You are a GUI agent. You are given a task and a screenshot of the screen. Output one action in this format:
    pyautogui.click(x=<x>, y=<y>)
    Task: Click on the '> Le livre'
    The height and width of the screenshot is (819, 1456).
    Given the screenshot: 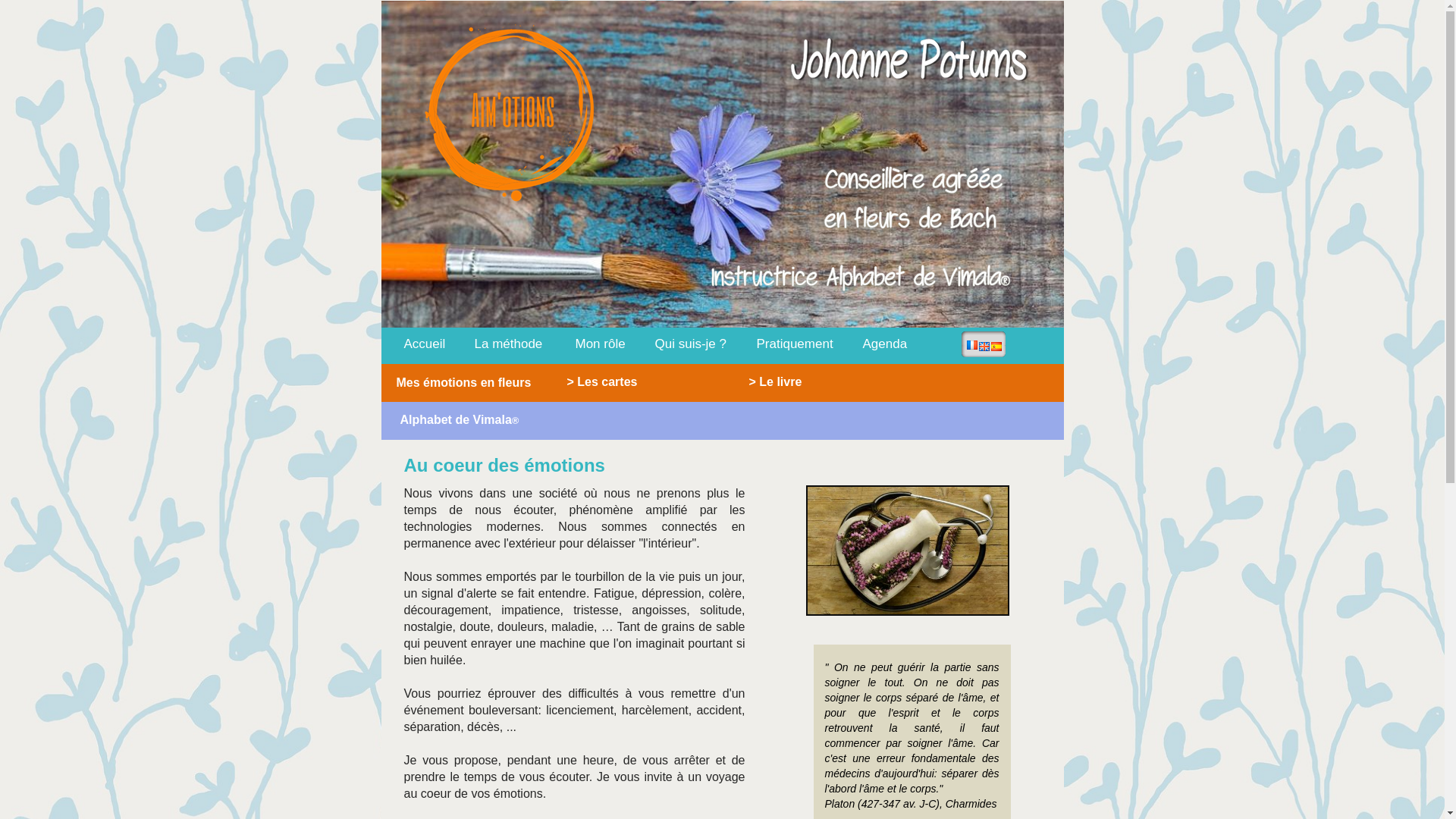 What is the action you would take?
    pyautogui.click(x=775, y=379)
    